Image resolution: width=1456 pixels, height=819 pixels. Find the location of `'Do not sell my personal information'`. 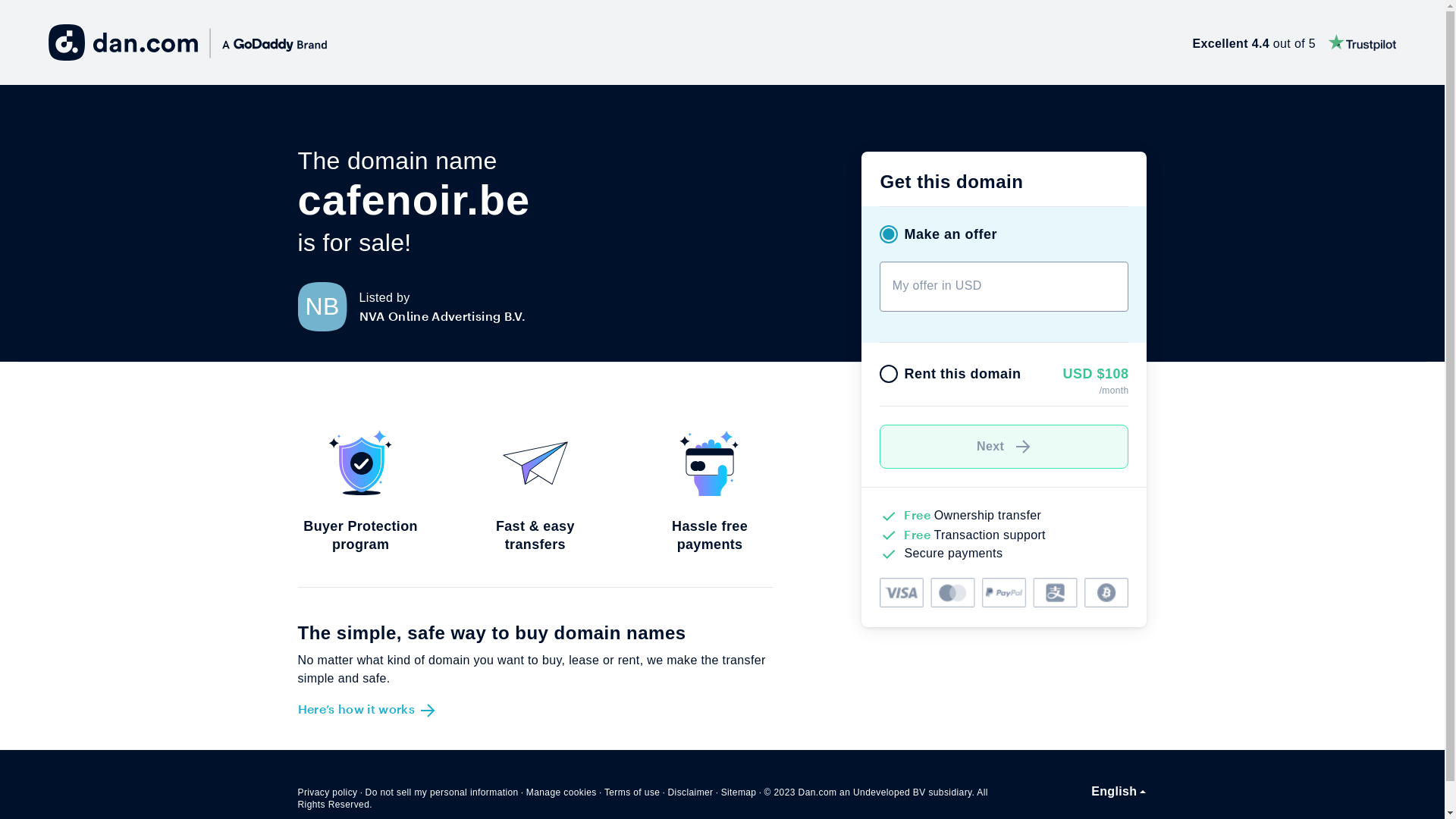

'Do not sell my personal information' is located at coordinates (441, 792).